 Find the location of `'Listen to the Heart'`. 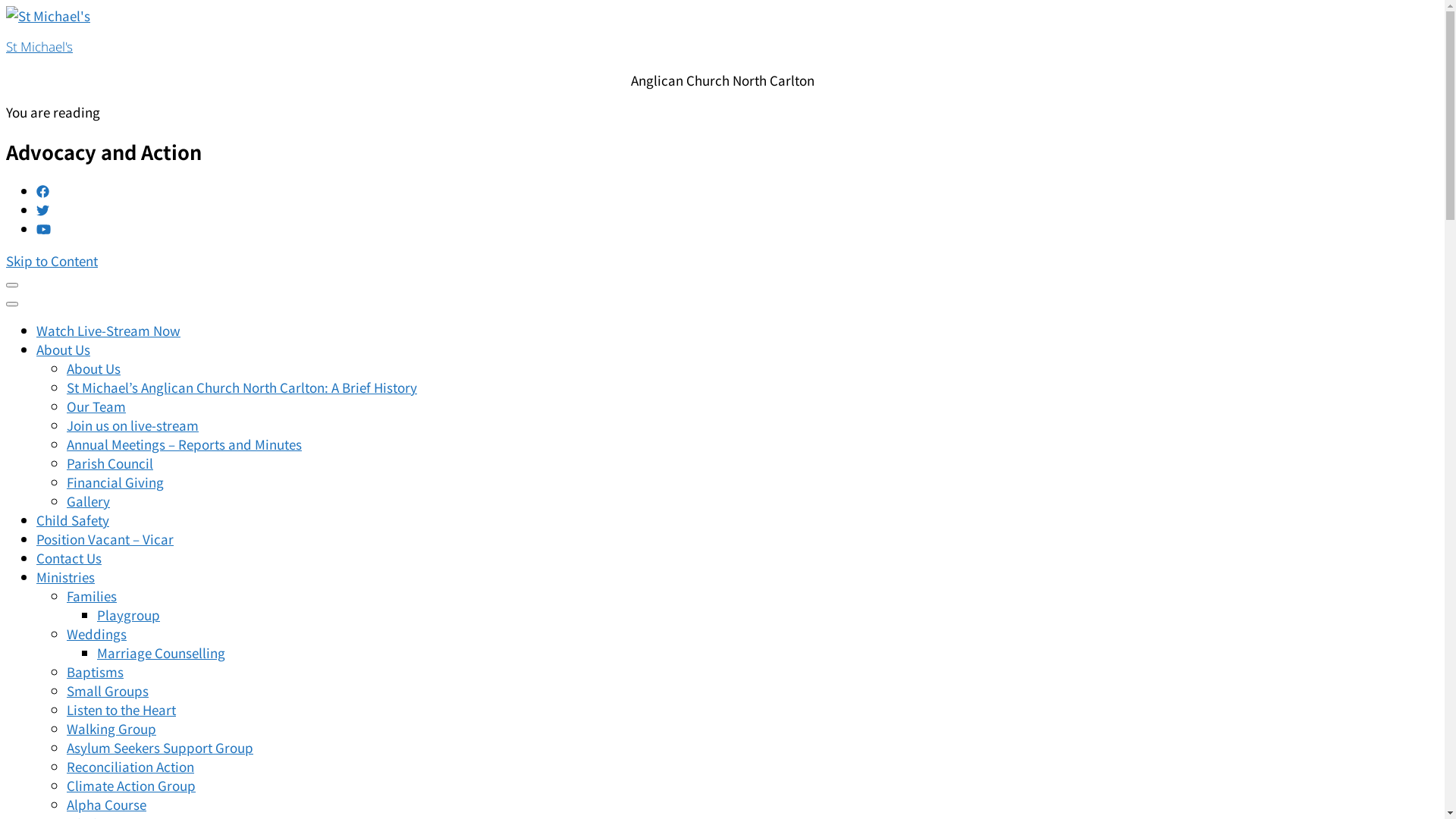

'Listen to the Heart' is located at coordinates (65, 709).